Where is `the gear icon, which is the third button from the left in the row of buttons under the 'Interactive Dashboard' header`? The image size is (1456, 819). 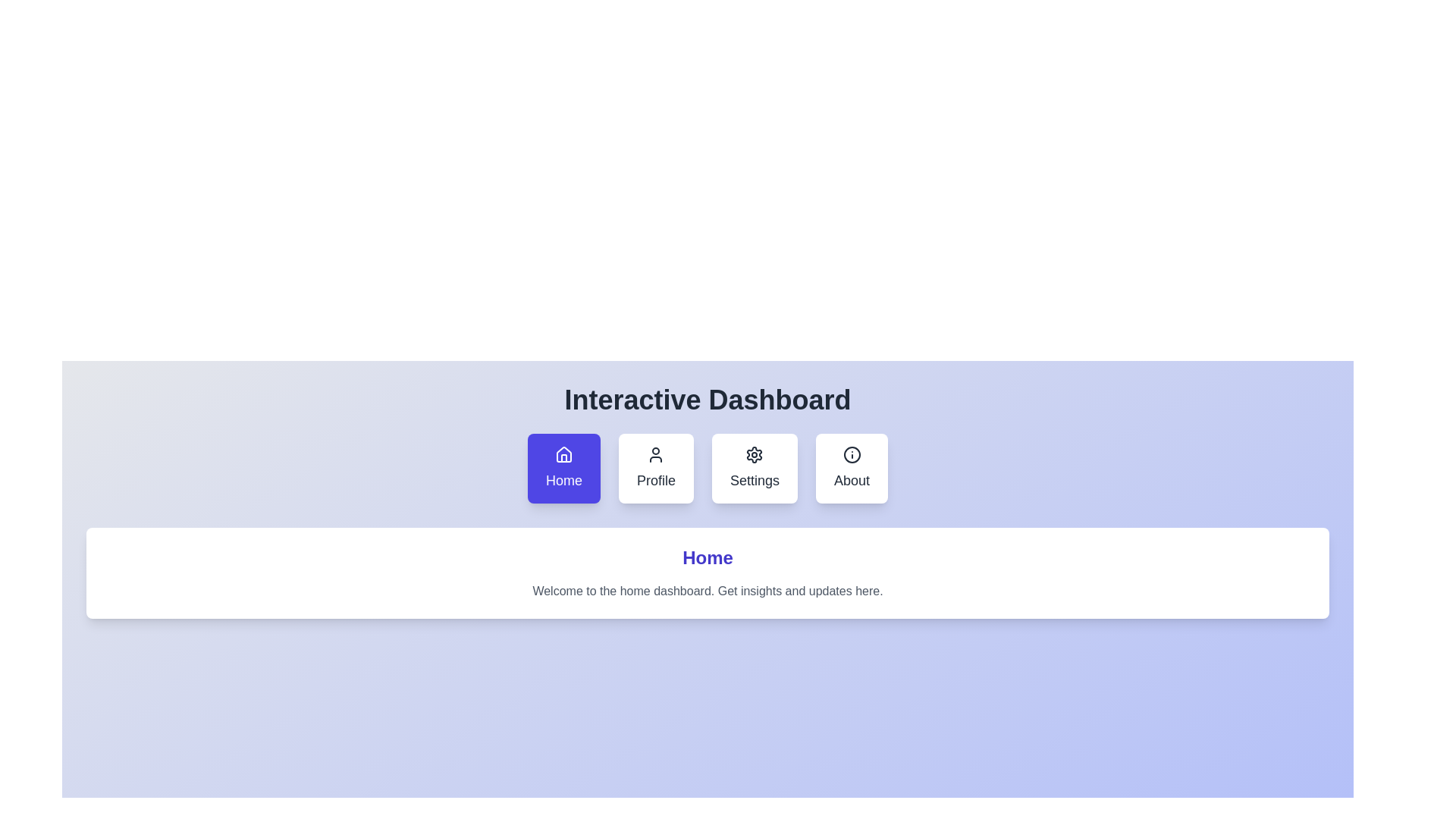
the gear icon, which is the third button from the left in the row of buttons under the 'Interactive Dashboard' header is located at coordinates (755, 454).